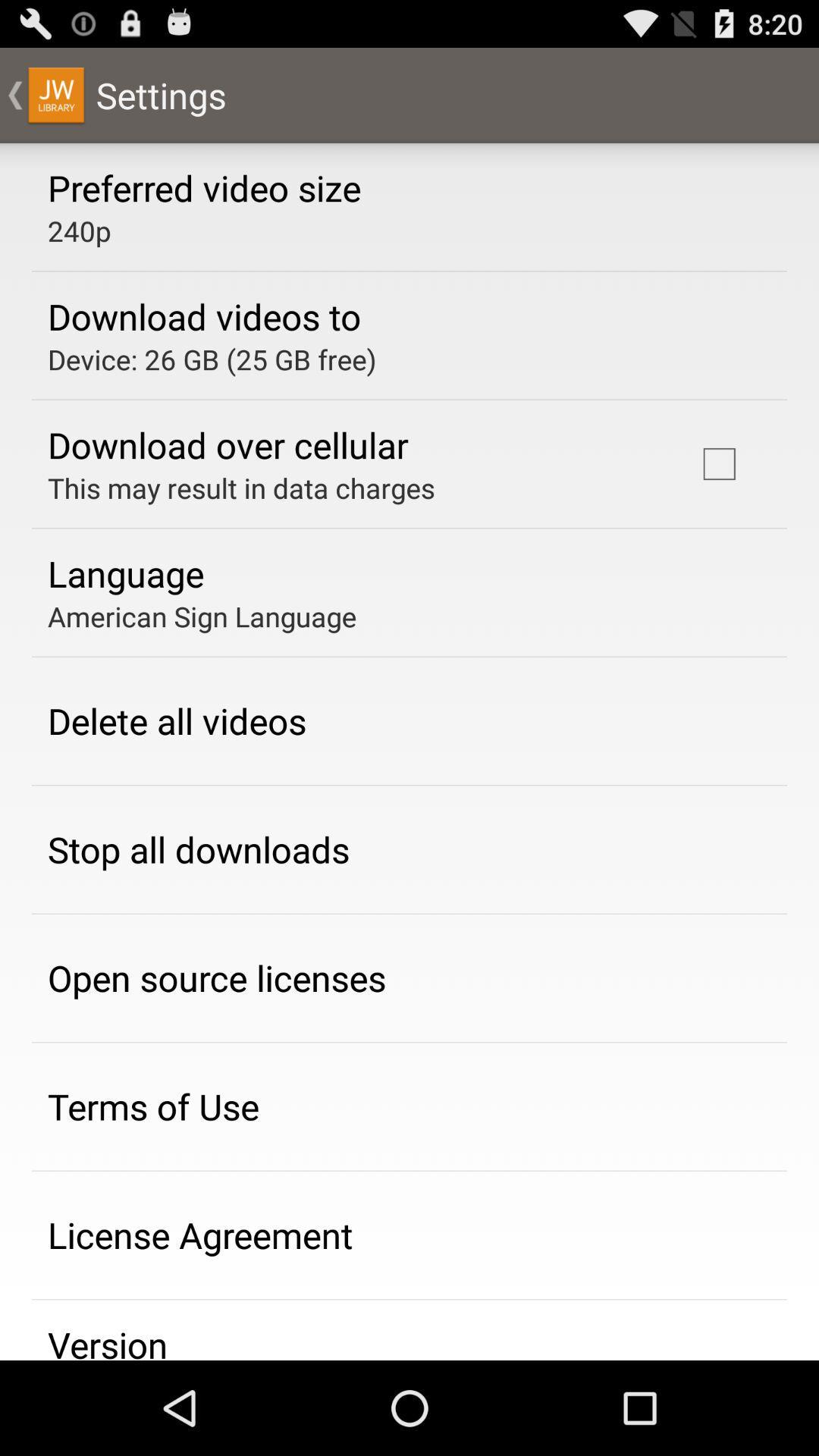 This screenshot has height=1456, width=819. I want to click on the item above language item, so click(240, 488).